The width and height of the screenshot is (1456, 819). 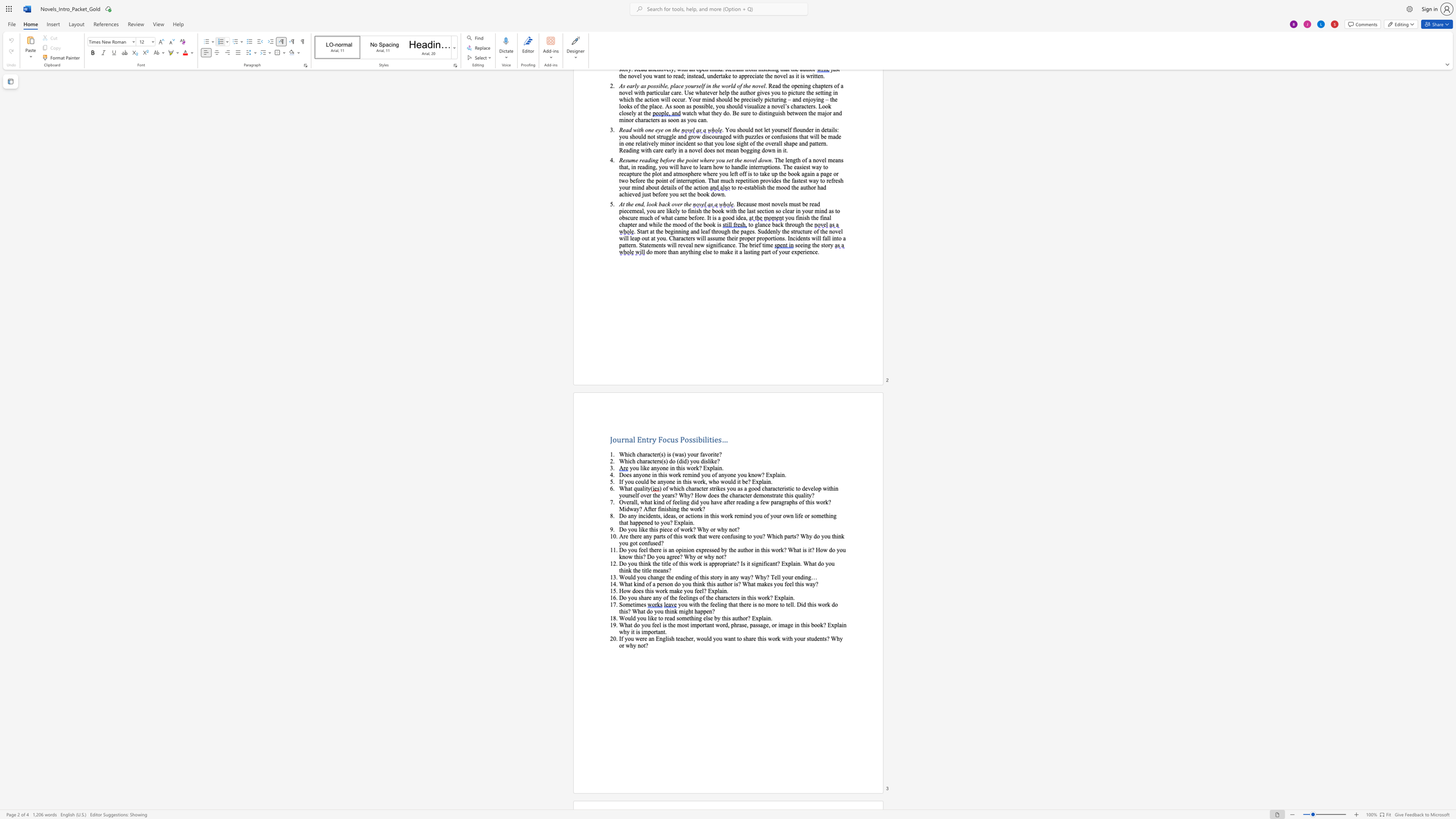 What do you see at coordinates (621, 597) in the screenshot?
I see `the 1th character "D" in the text` at bounding box center [621, 597].